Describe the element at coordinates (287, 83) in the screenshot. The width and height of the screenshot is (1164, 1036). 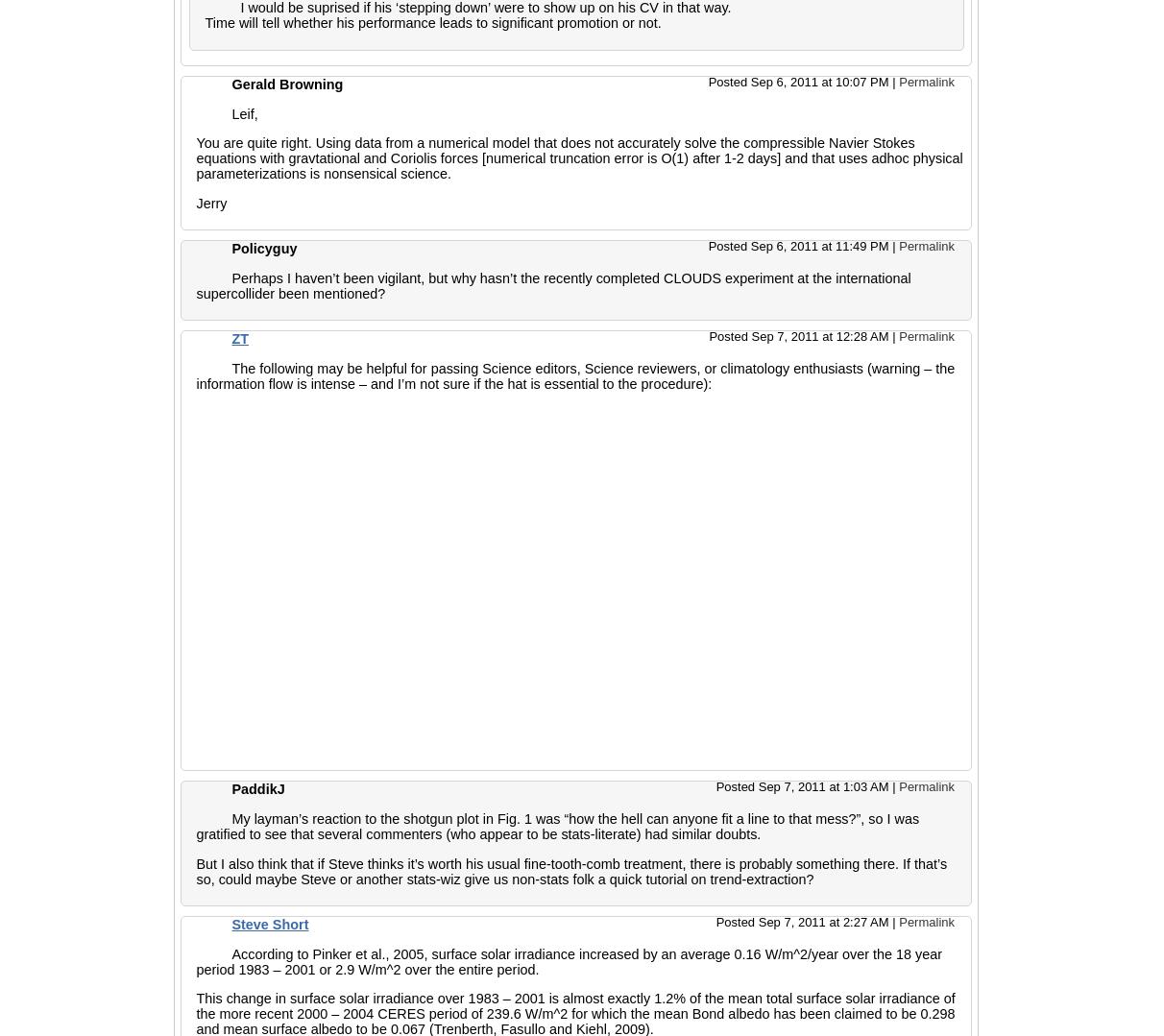
I see `'Gerald Browning'` at that location.